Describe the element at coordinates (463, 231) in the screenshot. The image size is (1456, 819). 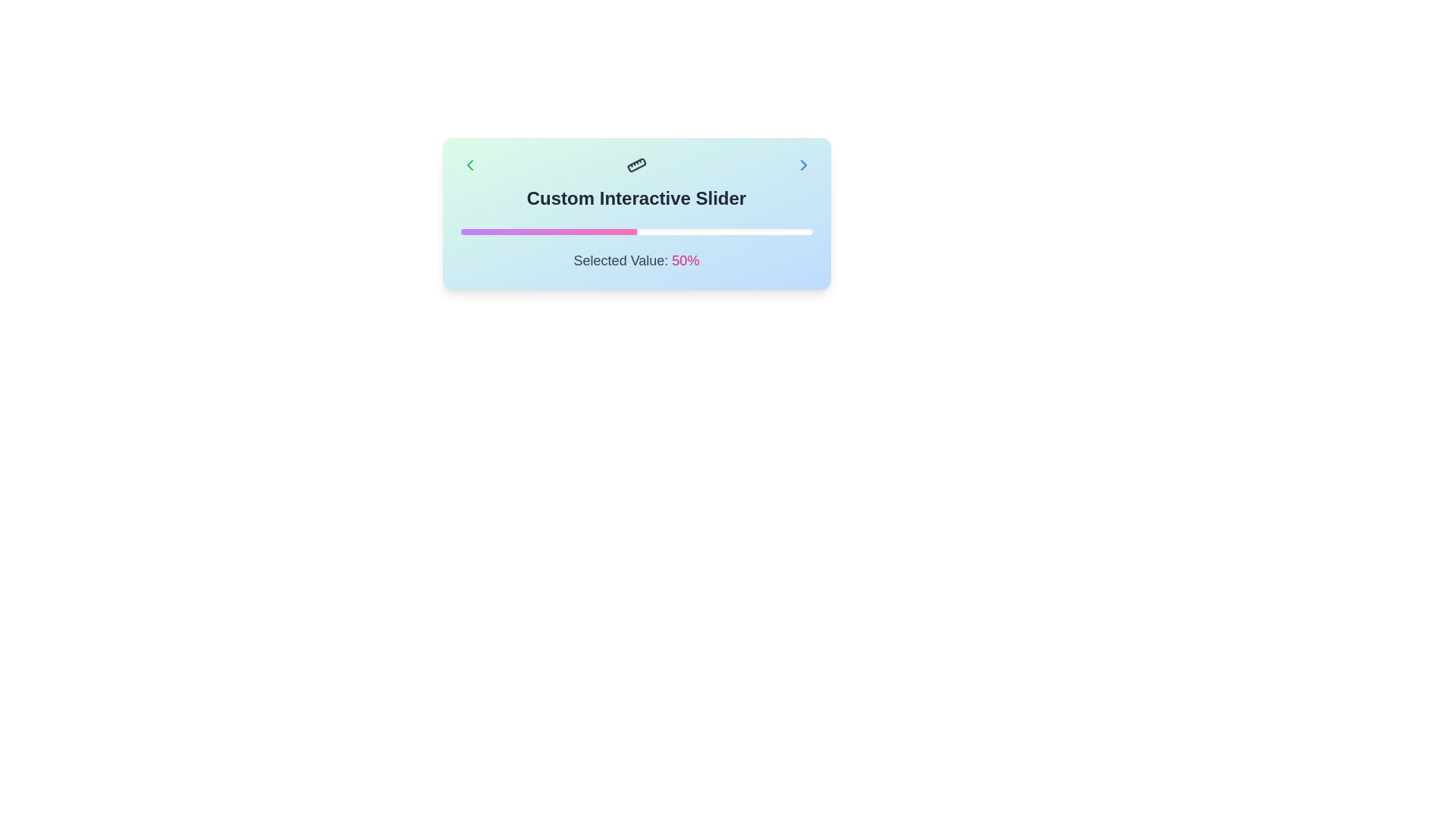
I see `the slider value` at that location.